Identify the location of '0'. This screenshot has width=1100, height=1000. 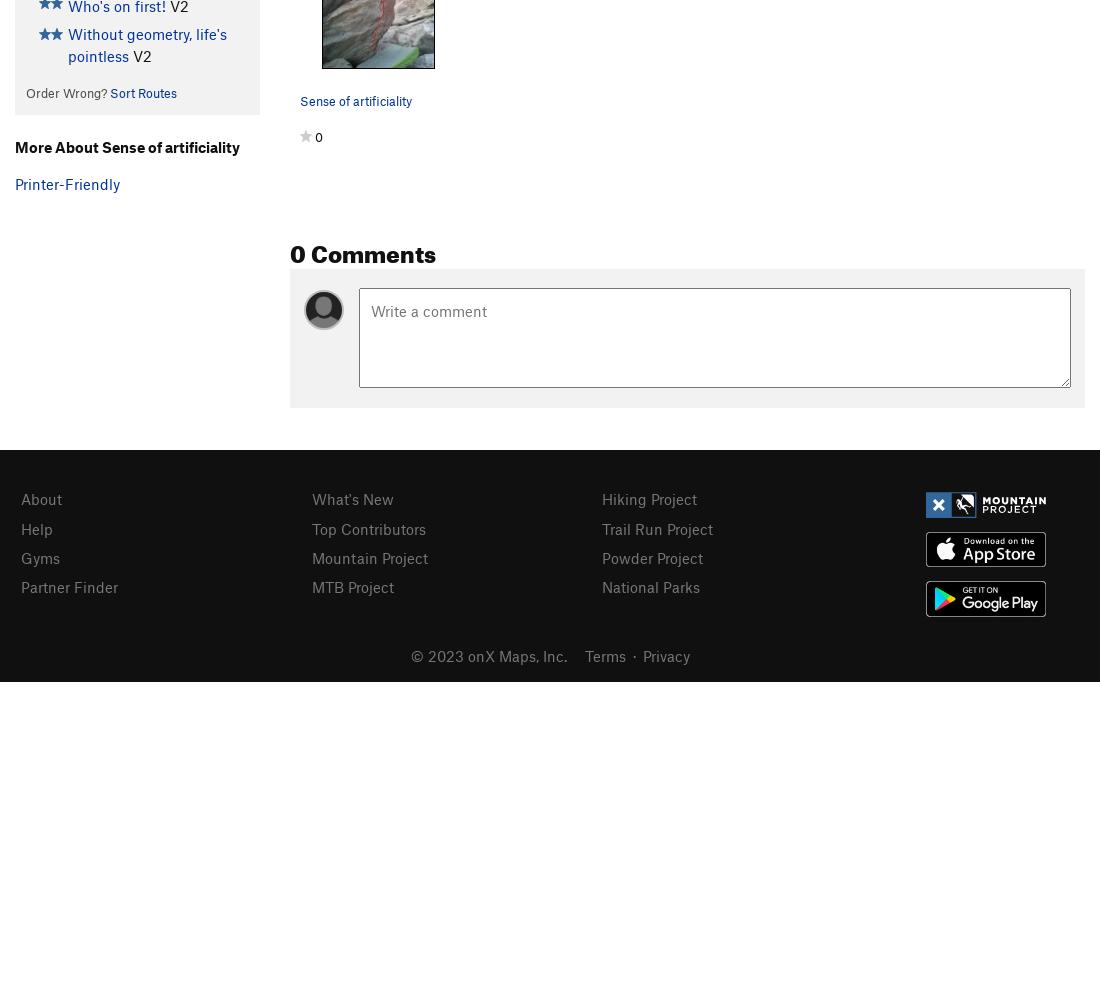
(318, 137).